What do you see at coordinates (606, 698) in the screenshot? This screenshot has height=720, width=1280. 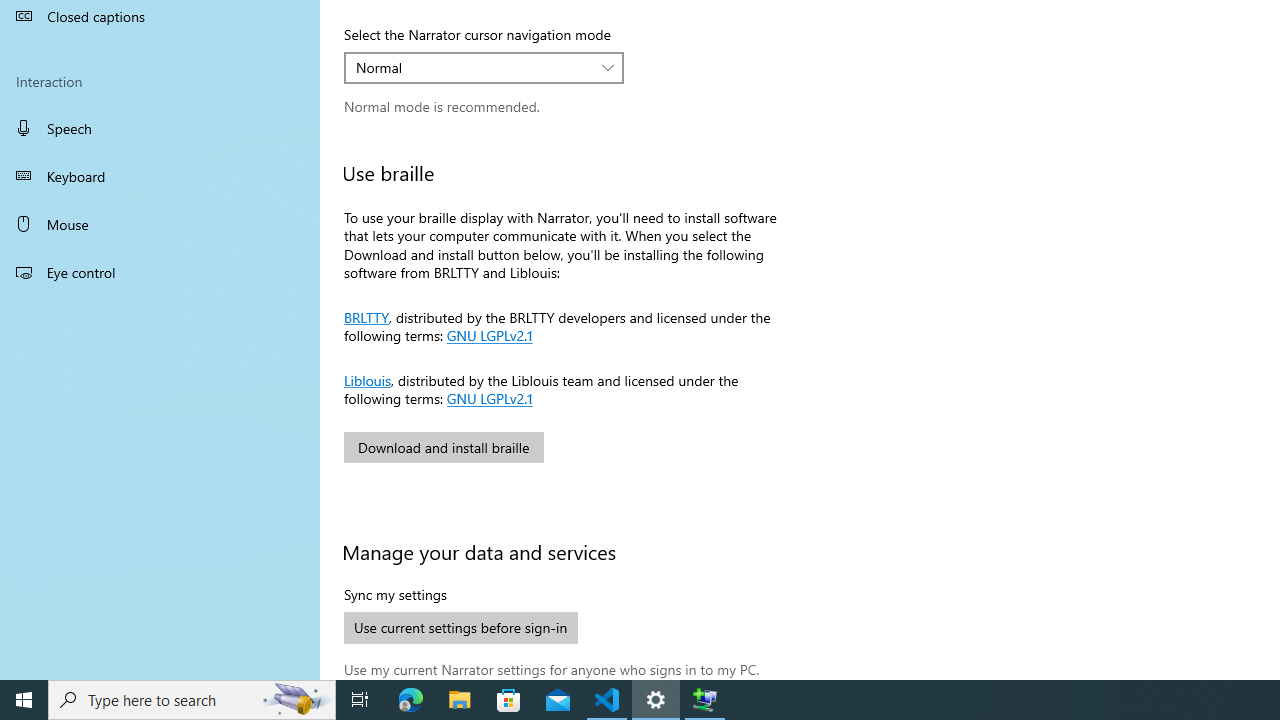 I see `'Visual Studio Code - 1 running window'` at bounding box center [606, 698].